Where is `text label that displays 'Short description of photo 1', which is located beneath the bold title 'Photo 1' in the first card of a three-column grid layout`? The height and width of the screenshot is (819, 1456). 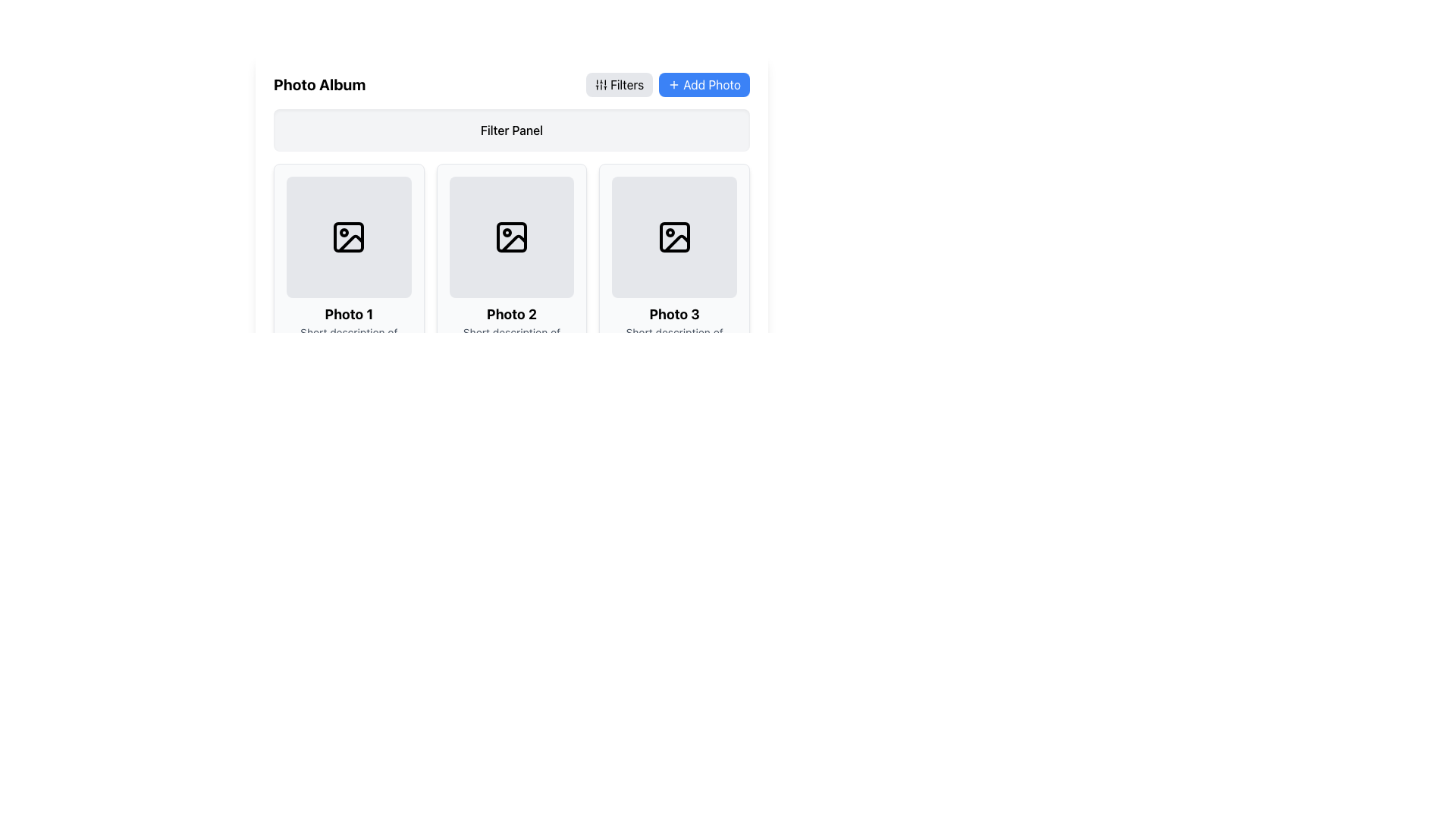 text label that displays 'Short description of photo 1', which is located beneath the bold title 'Photo 1' in the first card of a three-column grid layout is located at coordinates (348, 339).